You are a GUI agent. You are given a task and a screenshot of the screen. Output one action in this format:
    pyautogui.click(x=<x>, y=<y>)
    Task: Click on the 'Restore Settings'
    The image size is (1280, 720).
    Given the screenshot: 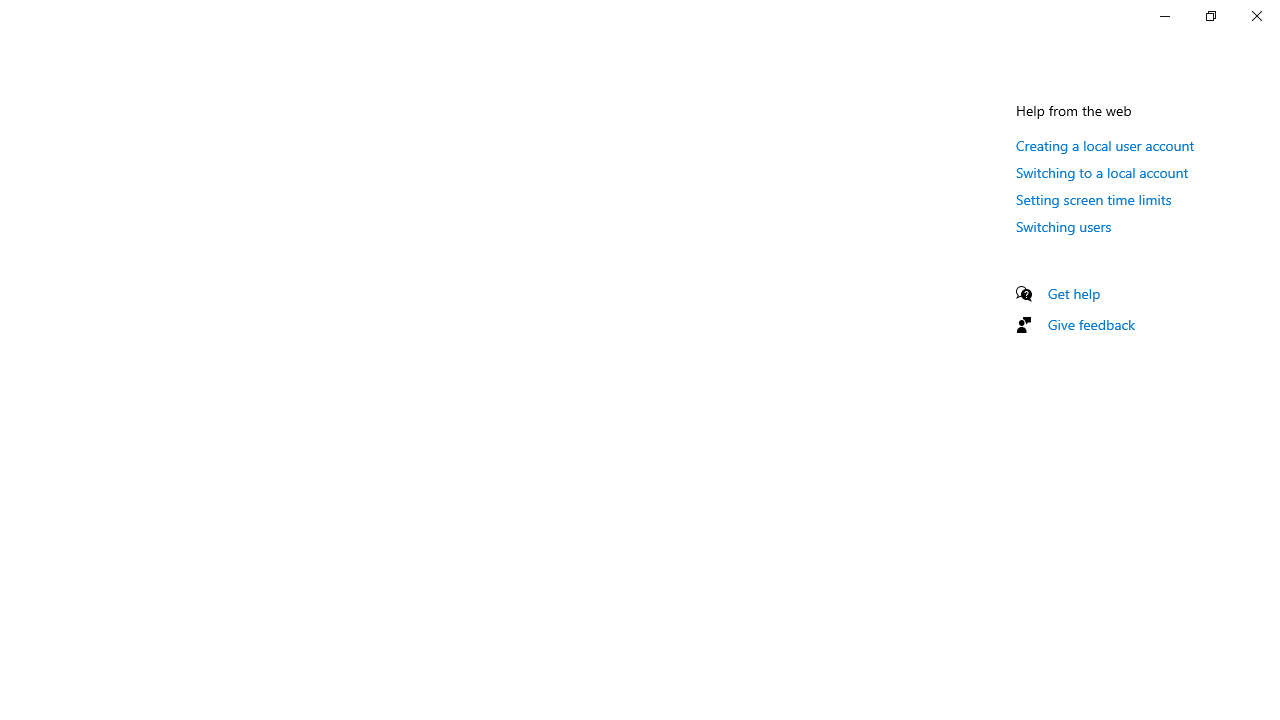 What is the action you would take?
    pyautogui.click(x=1209, y=15)
    